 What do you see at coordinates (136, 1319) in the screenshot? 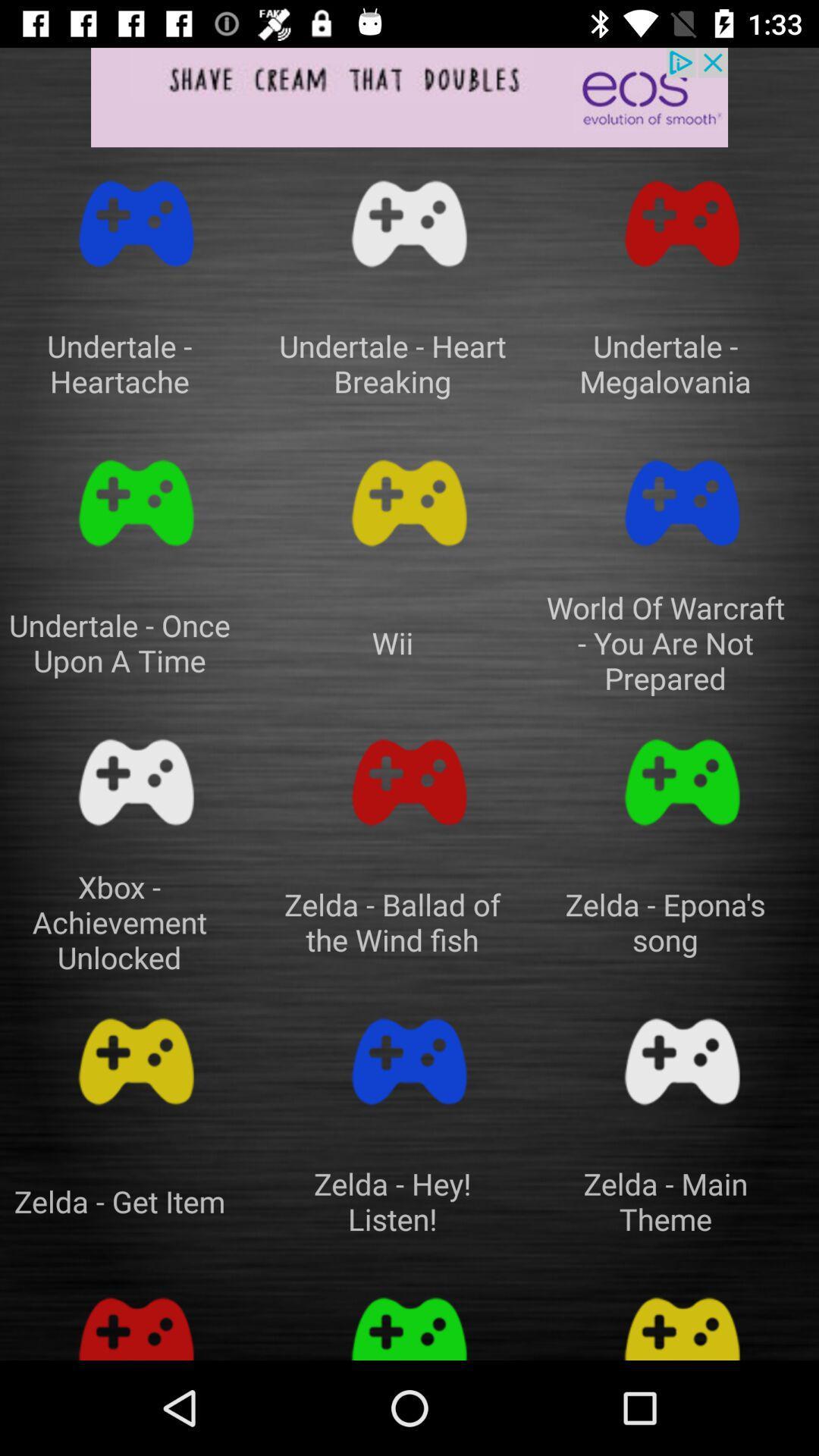
I see `option` at bounding box center [136, 1319].